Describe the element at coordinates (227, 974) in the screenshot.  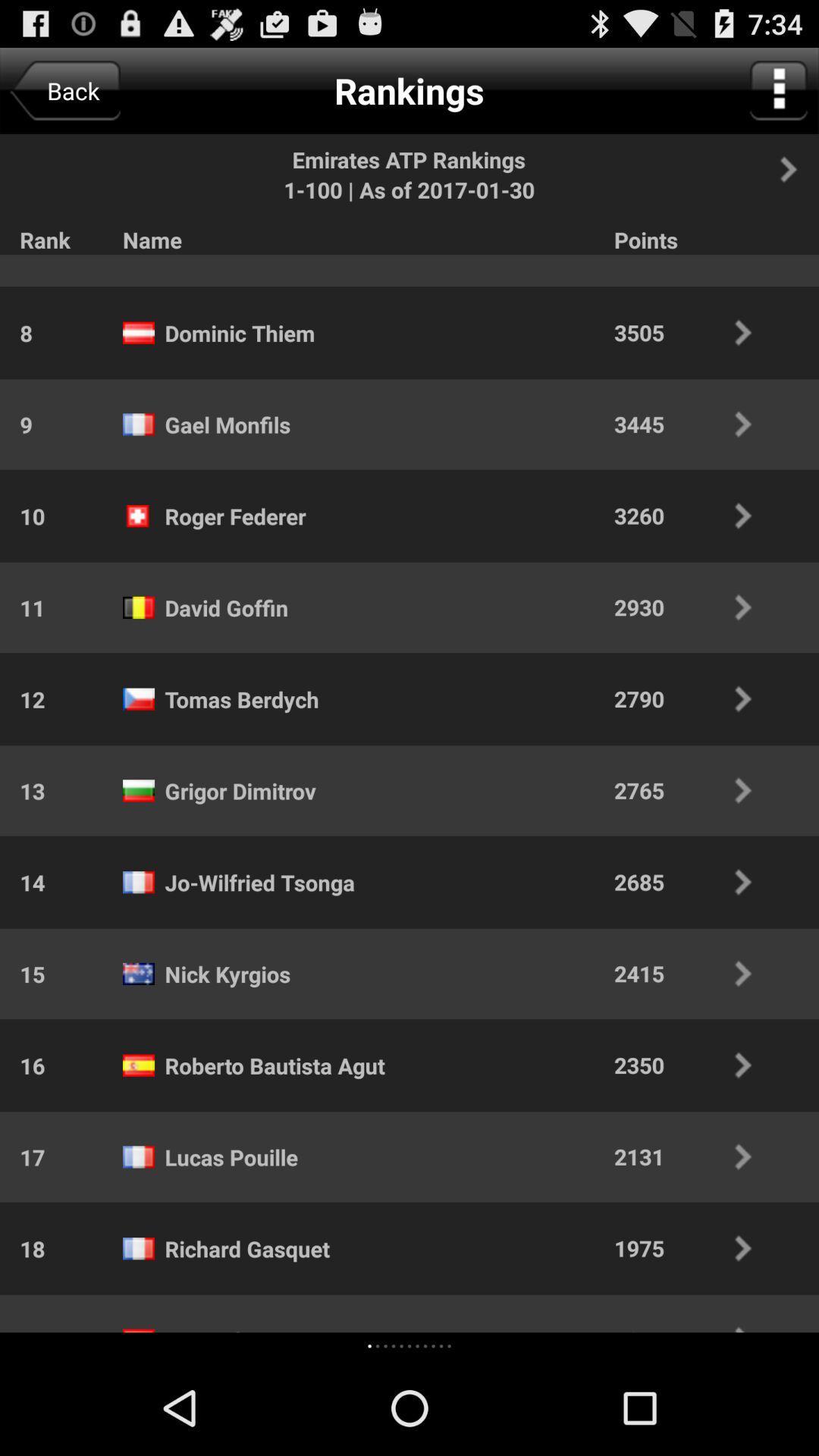
I see `item below the jo-wilfried tsonga` at that location.